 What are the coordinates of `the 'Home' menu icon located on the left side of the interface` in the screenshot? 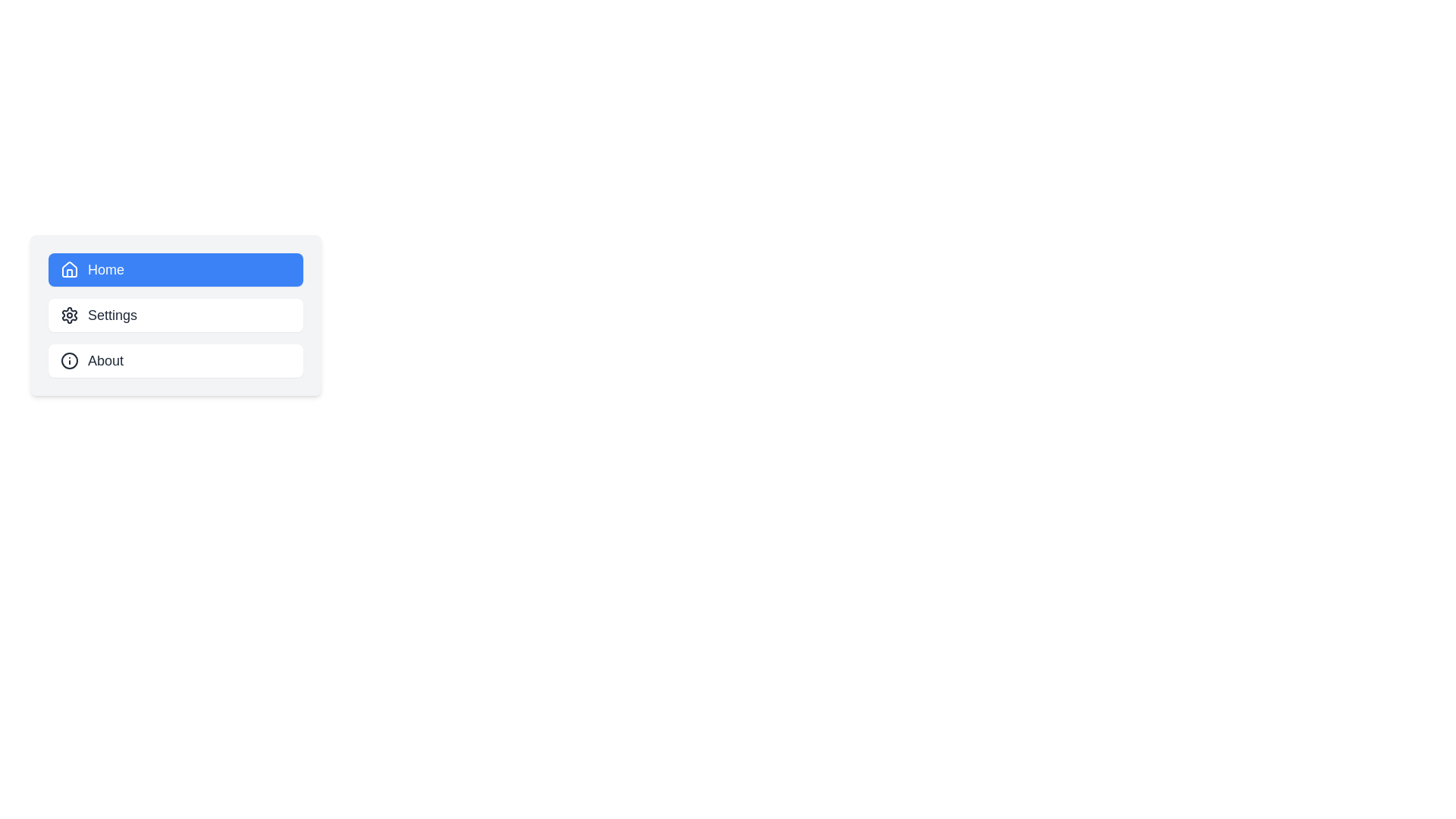 It's located at (68, 268).